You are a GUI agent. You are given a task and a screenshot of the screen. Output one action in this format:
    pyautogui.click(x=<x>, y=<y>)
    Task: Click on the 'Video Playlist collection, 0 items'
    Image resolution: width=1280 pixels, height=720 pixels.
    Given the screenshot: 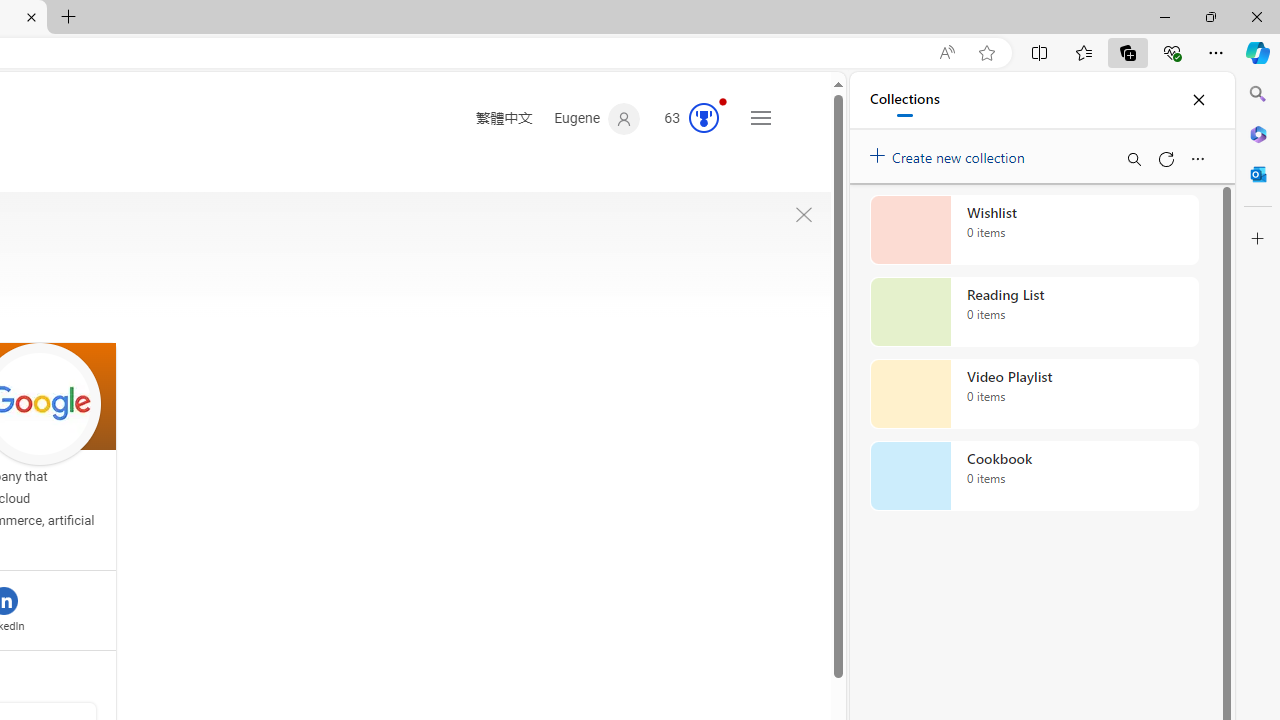 What is the action you would take?
    pyautogui.click(x=1034, y=394)
    